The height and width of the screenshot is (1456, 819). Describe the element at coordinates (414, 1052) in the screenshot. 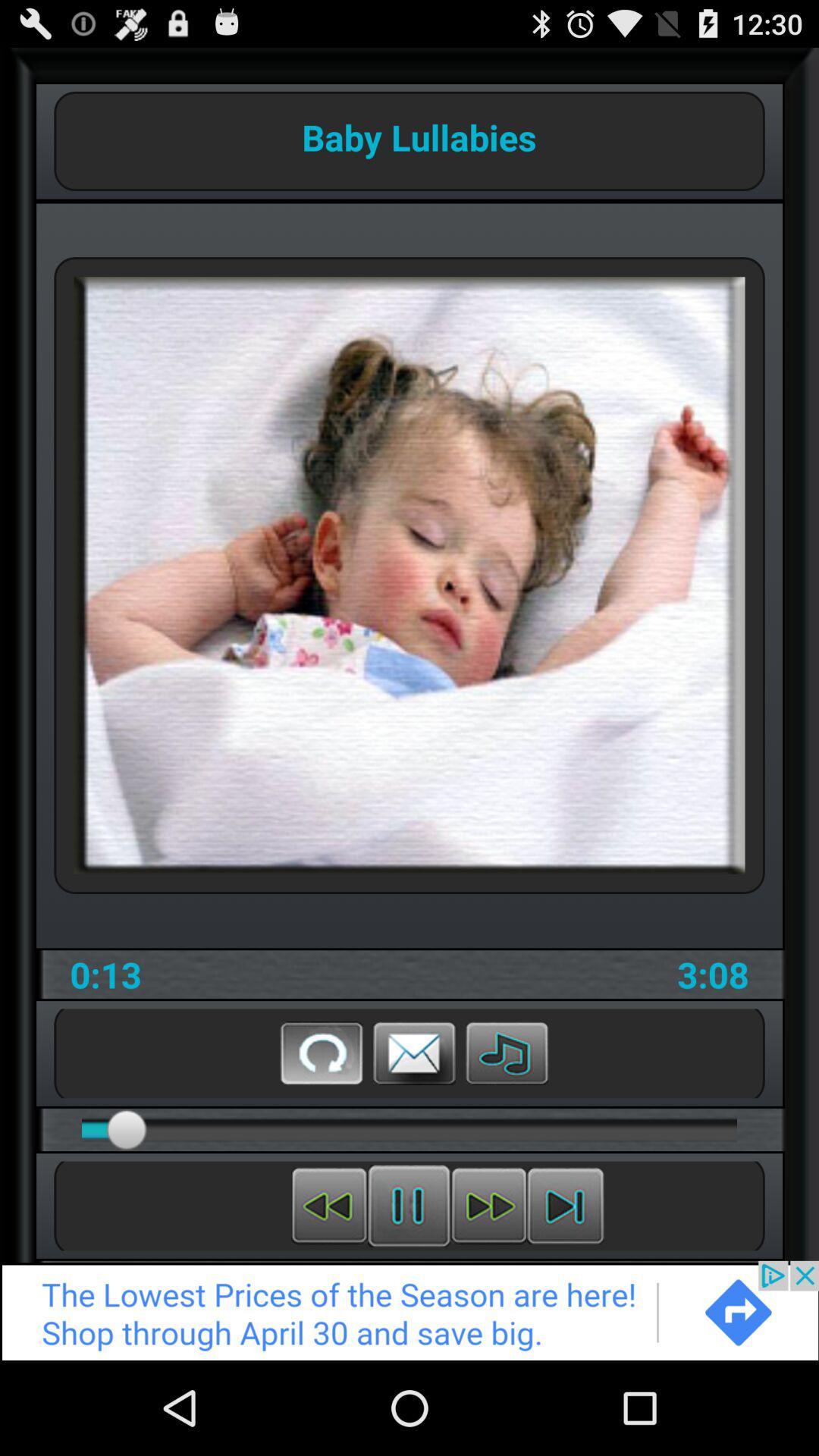

I see `share through email` at that location.